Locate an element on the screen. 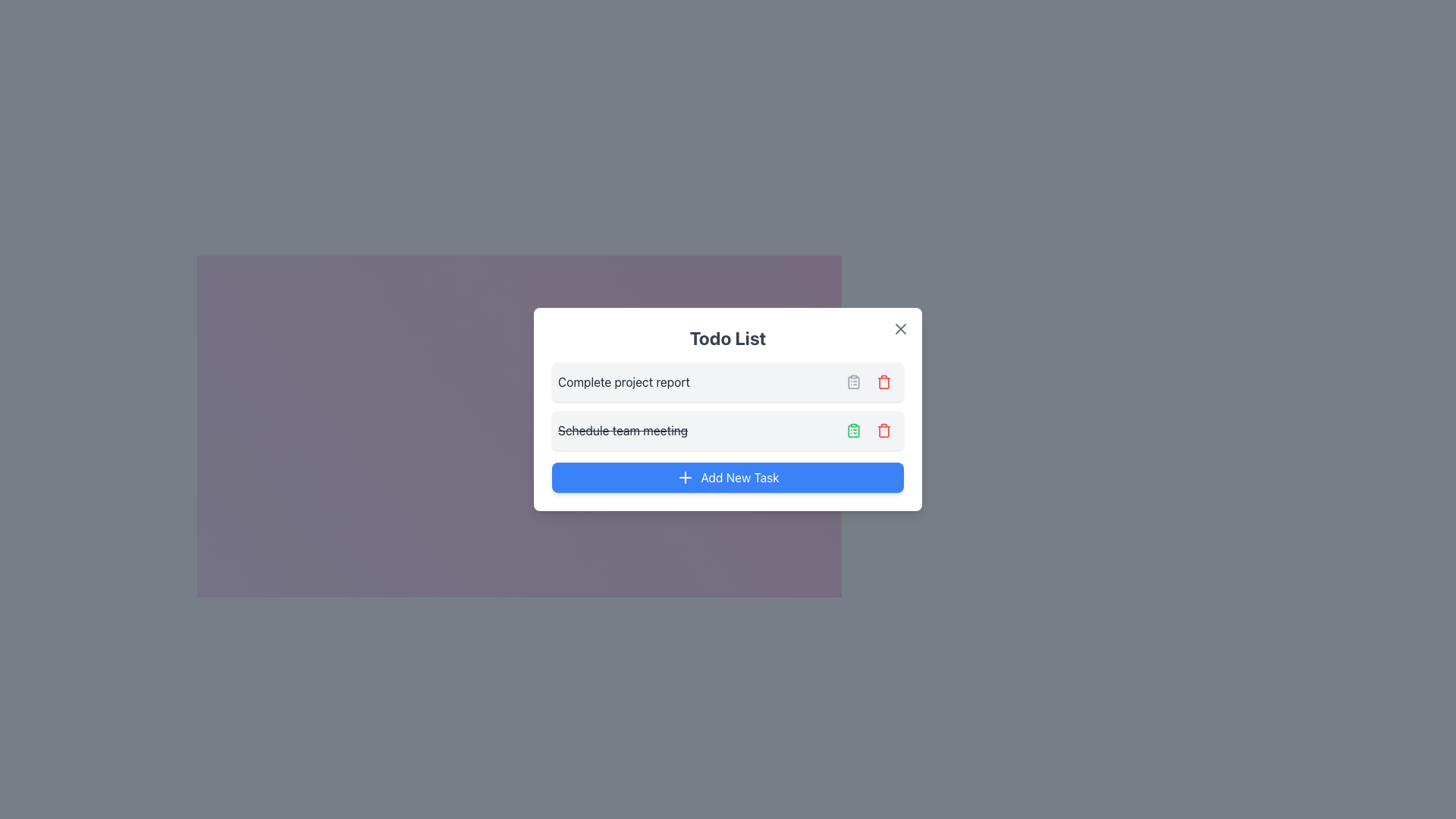 The width and height of the screenshot is (1456, 819). the icon located to the right of the text 'Complete project report' in the first item of the to-do list is located at coordinates (854, 381).